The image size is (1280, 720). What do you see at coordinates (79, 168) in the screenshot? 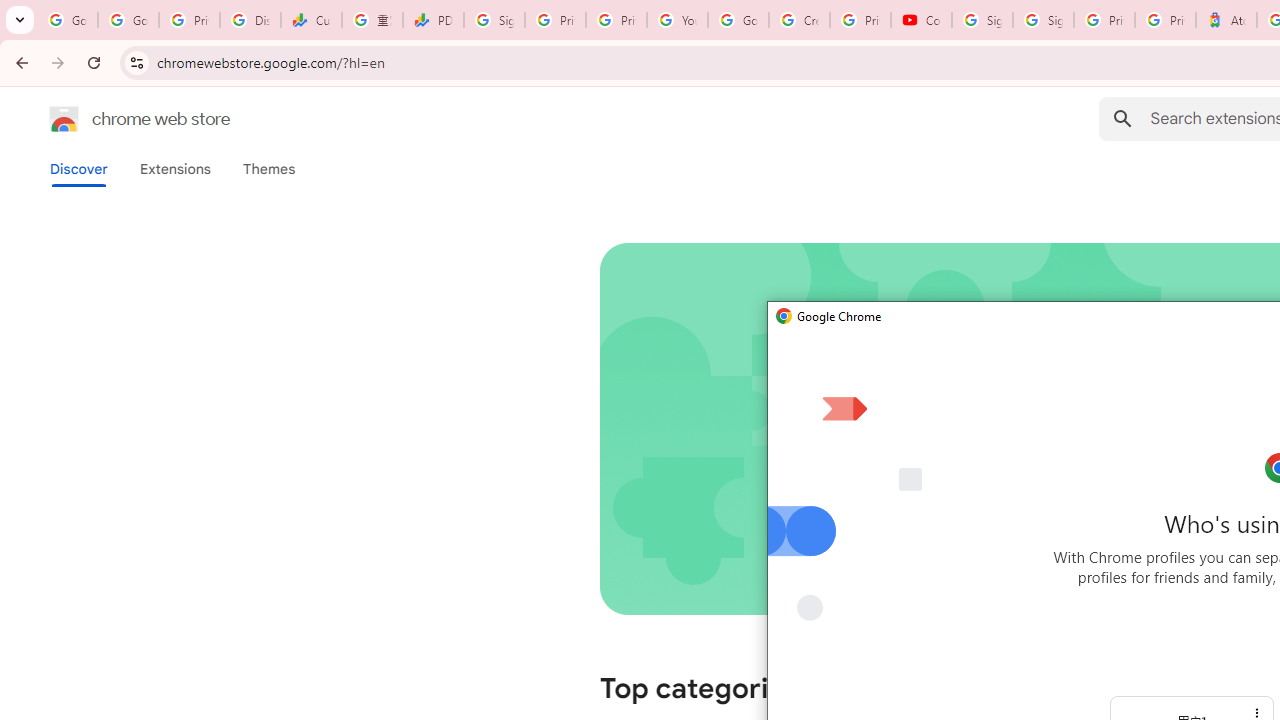
I see `'Discover'` at bounding box center [79, 168].